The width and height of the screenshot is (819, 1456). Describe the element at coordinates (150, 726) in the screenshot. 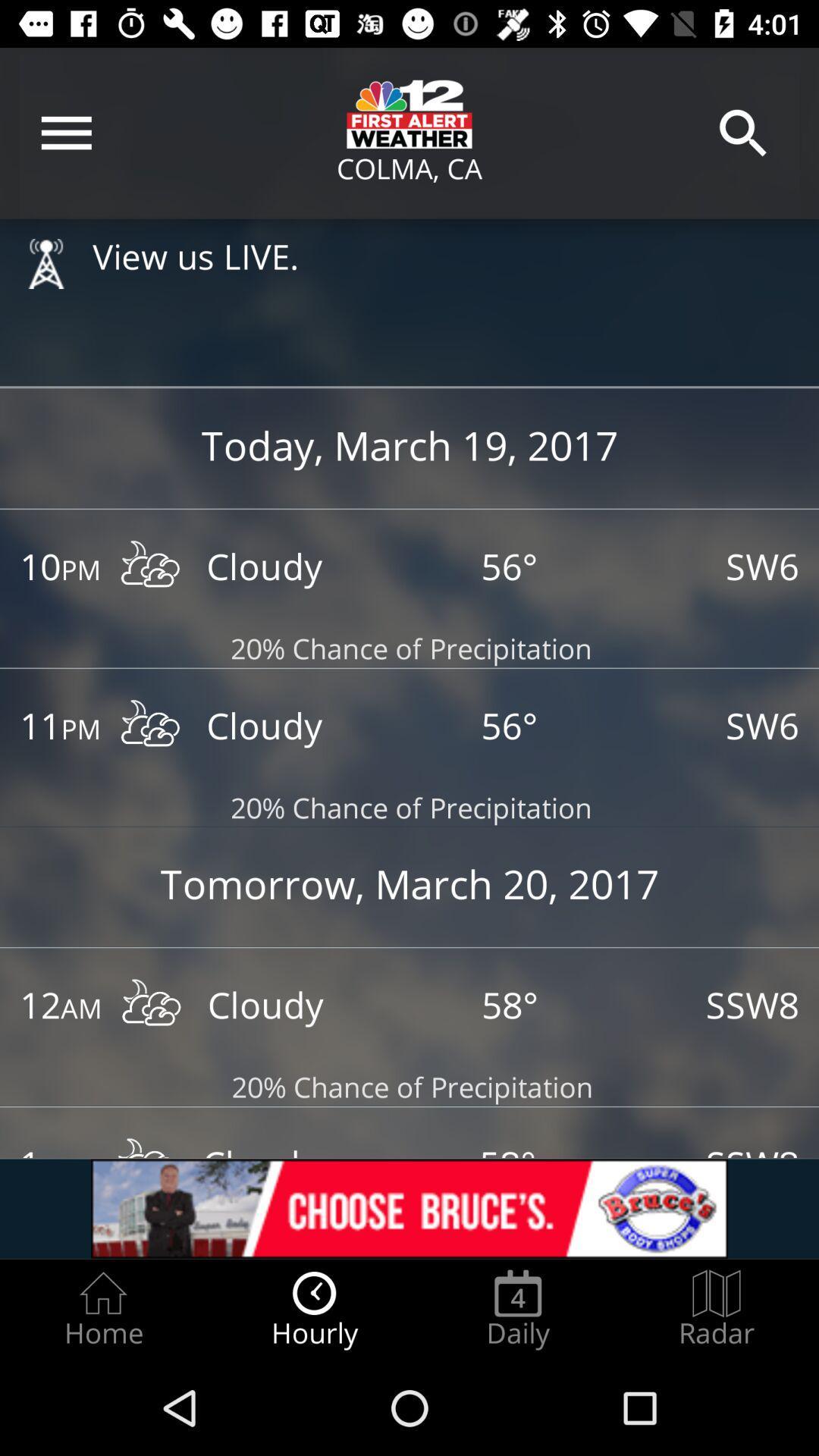

I see `cloud symbol between 11pm and cloudy` at that location.